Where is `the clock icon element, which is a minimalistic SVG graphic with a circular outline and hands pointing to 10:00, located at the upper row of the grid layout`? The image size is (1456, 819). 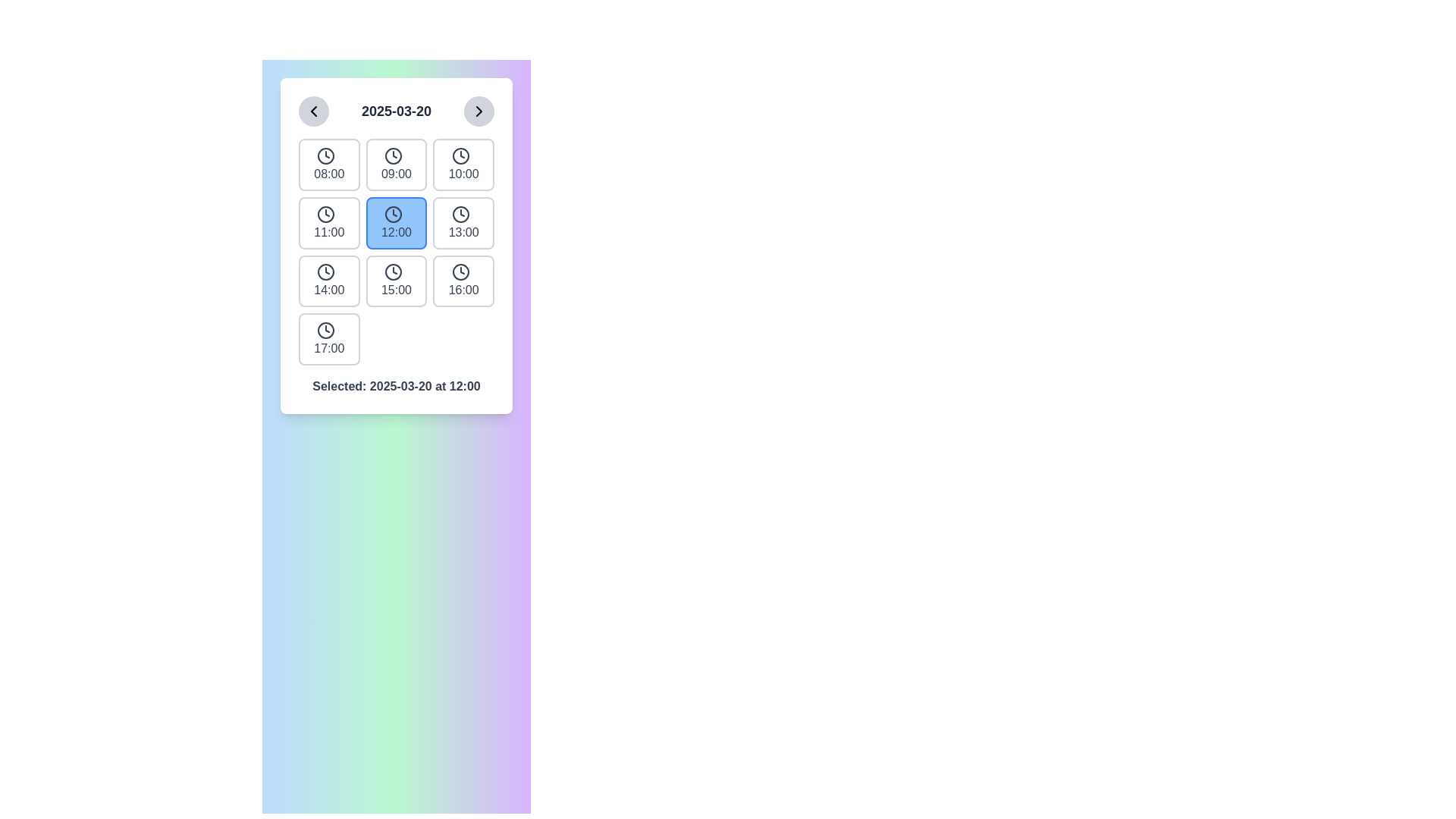 the clock icon element, which is a minimalistic SVG graphic with a circular outline and hands pointing to 10:00, located at the upper row of the grid layout is located at coordinates (460, 155).